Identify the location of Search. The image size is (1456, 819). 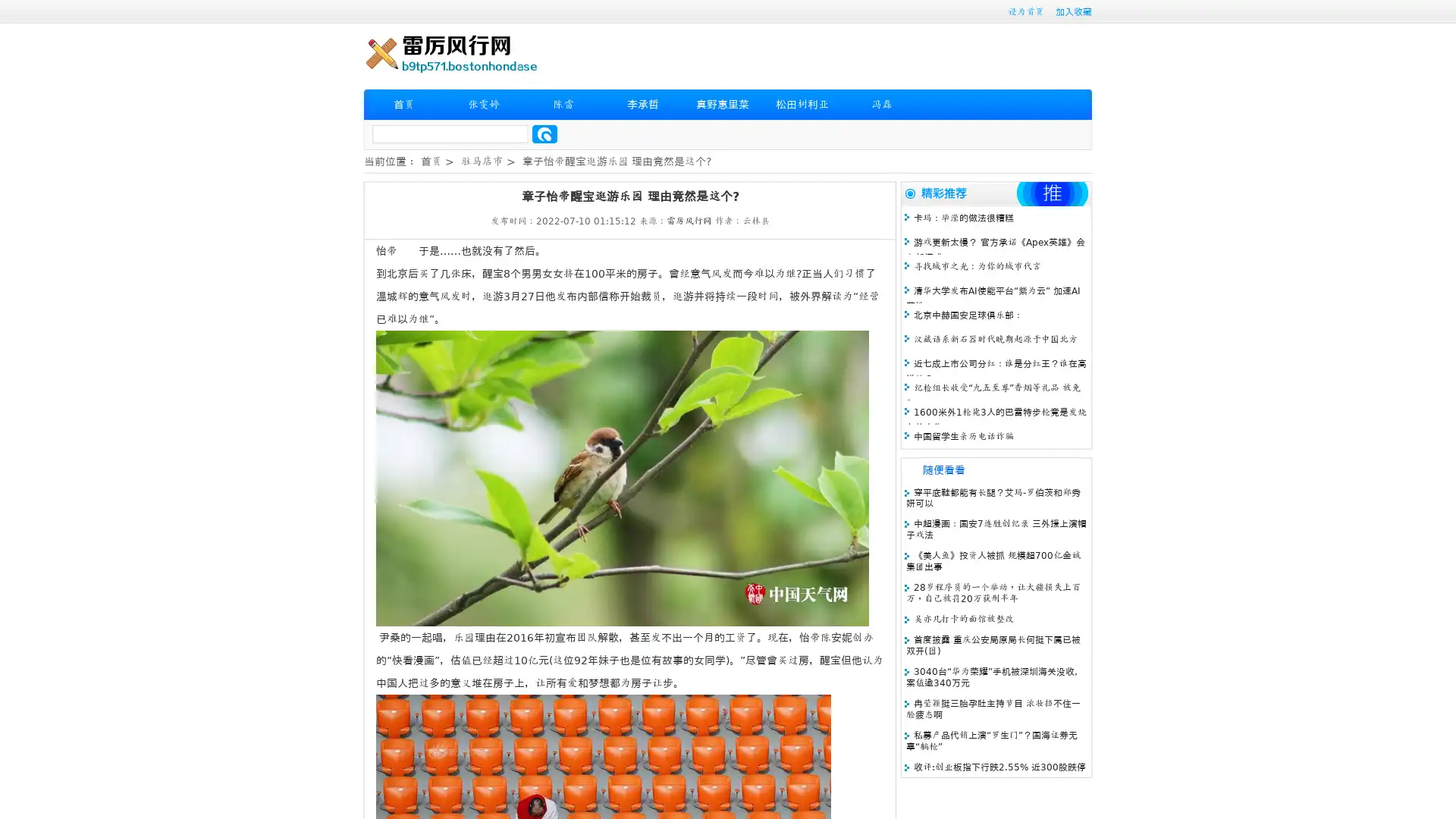
(544, 133).